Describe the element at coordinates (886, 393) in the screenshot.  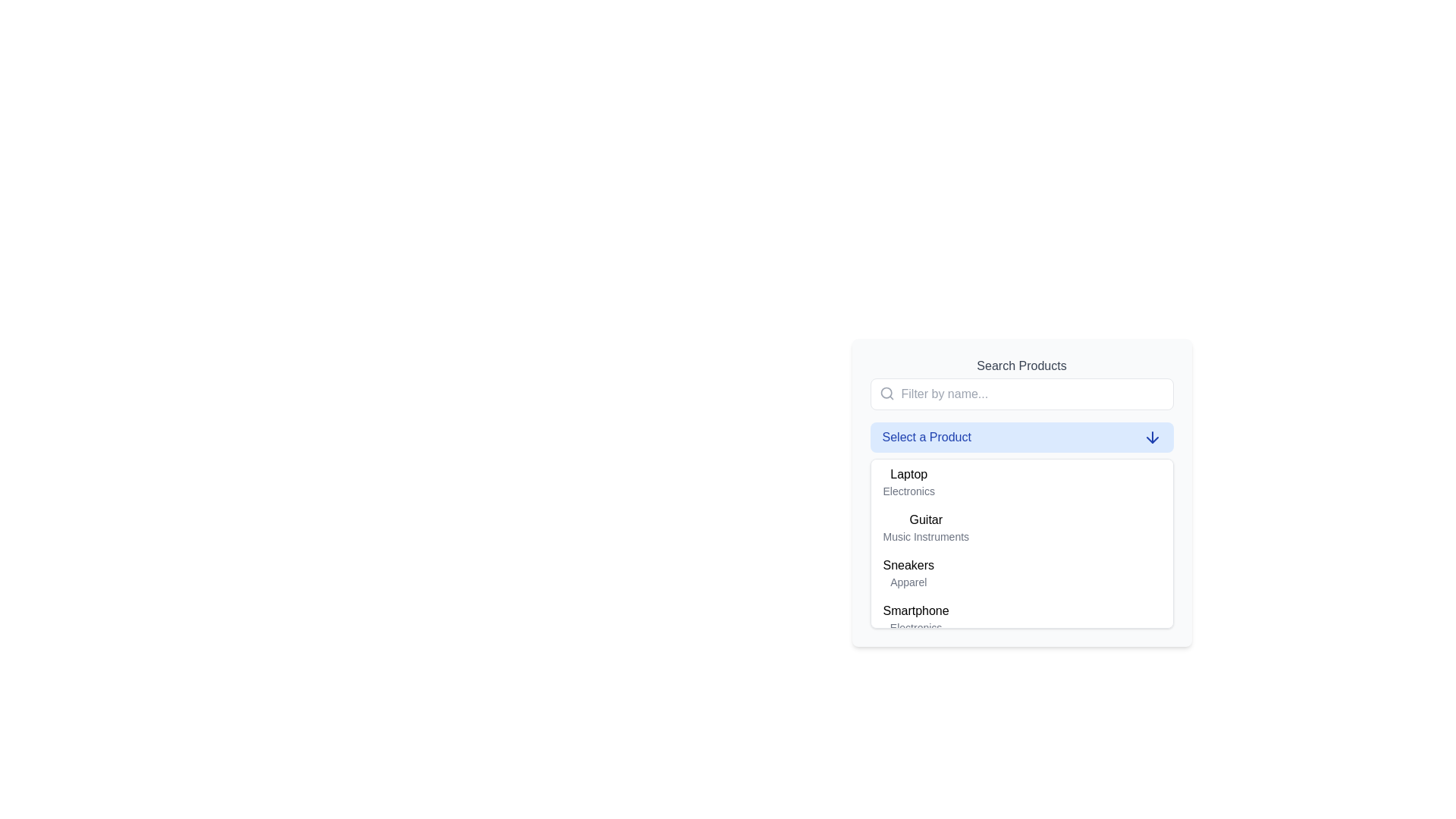
I see `the search icon located on the left side of the 'Filter by name...' text input field at the top of the form element` at that location.